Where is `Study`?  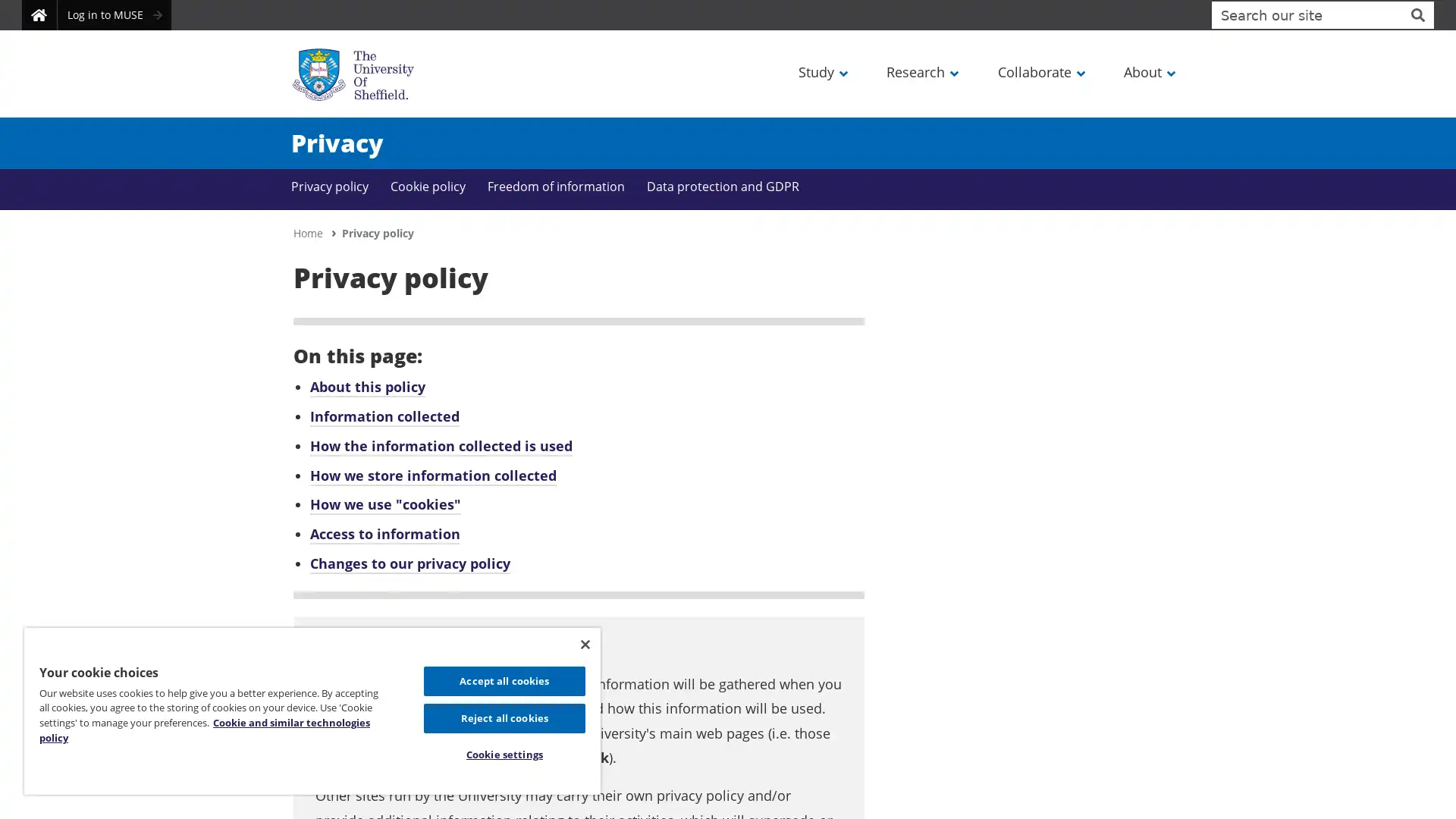
Study is located at coordinates (821, 71).